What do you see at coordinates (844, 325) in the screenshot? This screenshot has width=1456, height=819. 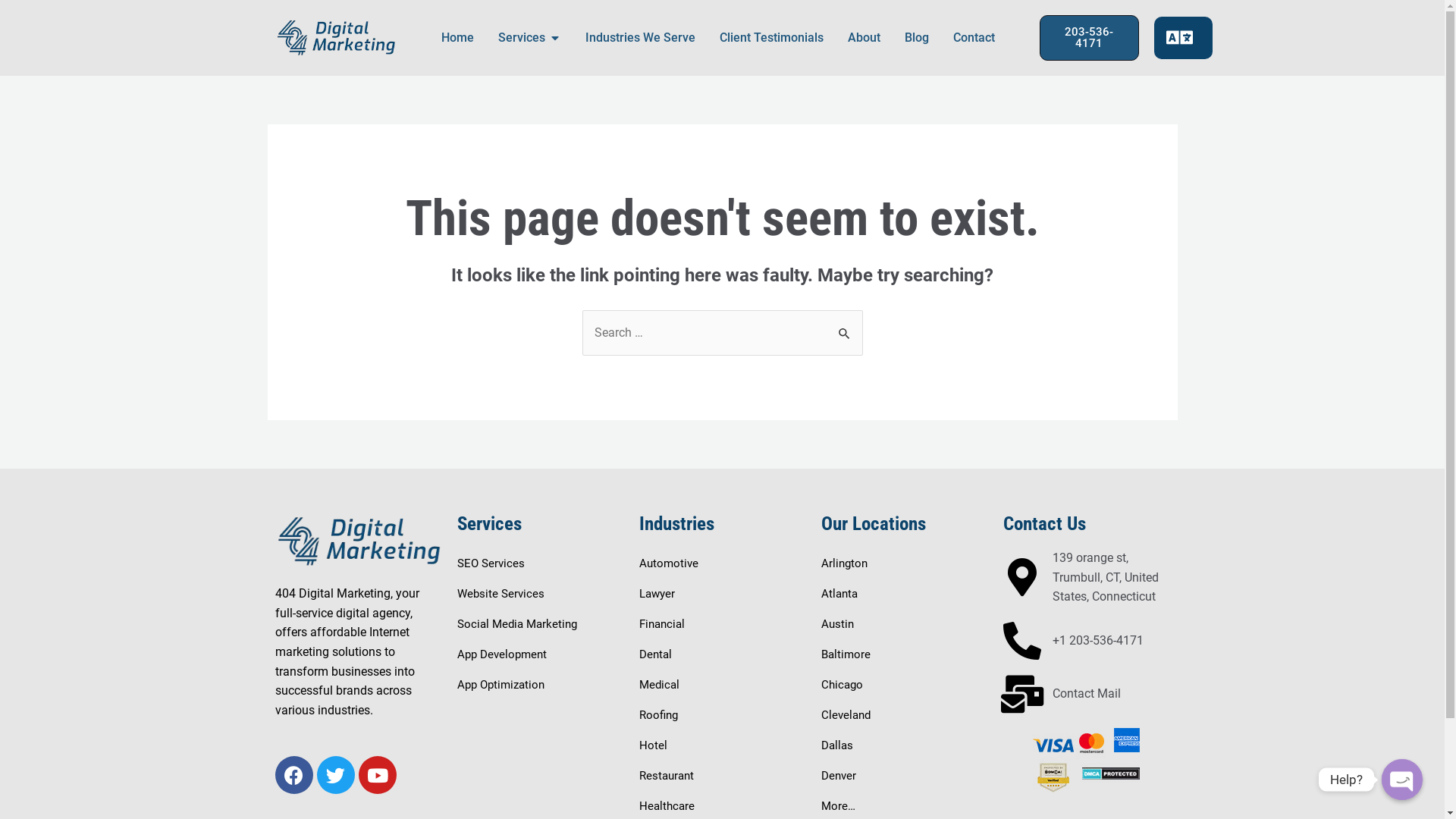 I see `'Search'` at bounding box center [844, 325].